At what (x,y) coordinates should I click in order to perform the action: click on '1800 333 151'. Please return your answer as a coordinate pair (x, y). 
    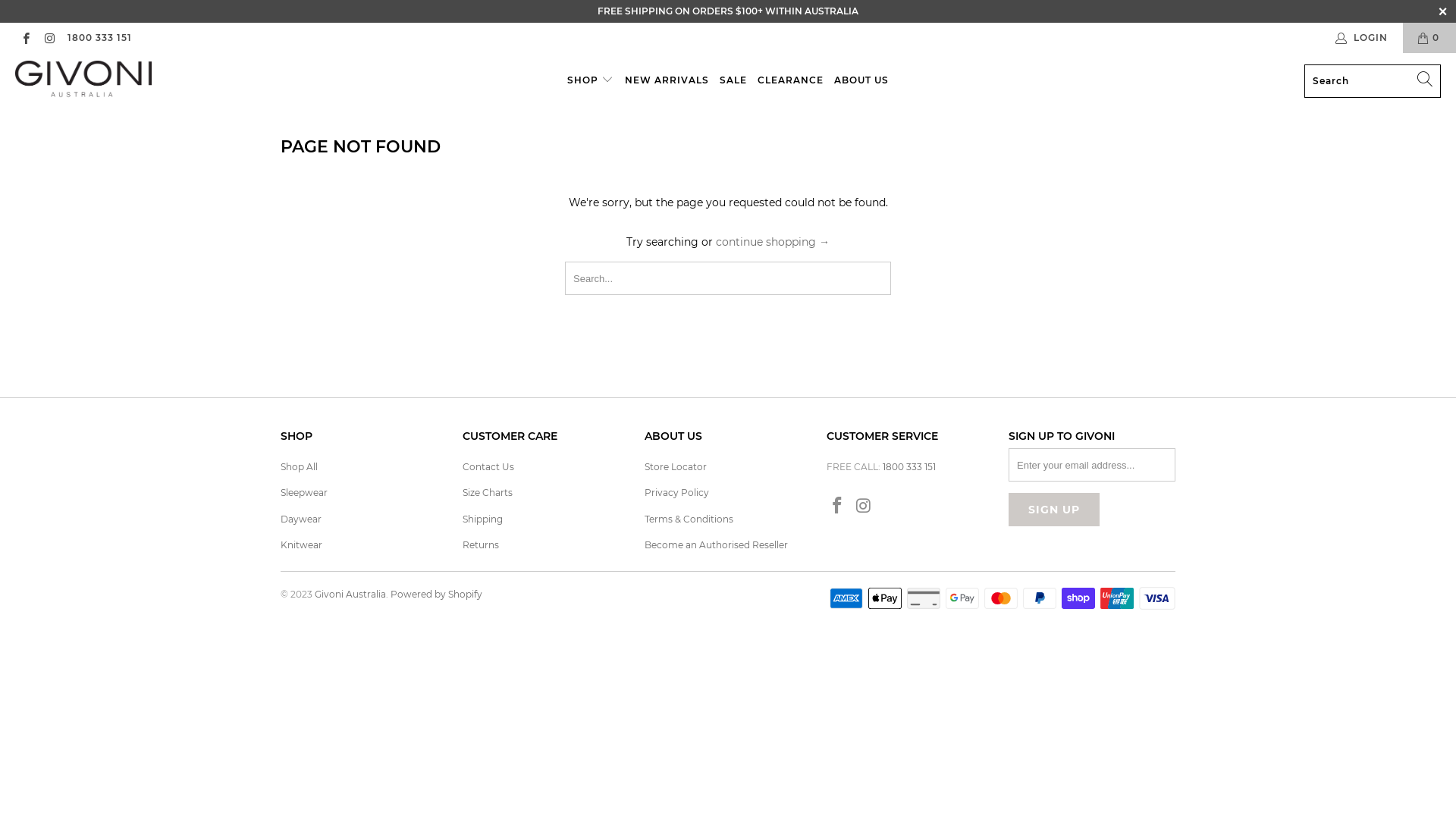
    Looking at the image, I should click on (65, 37).